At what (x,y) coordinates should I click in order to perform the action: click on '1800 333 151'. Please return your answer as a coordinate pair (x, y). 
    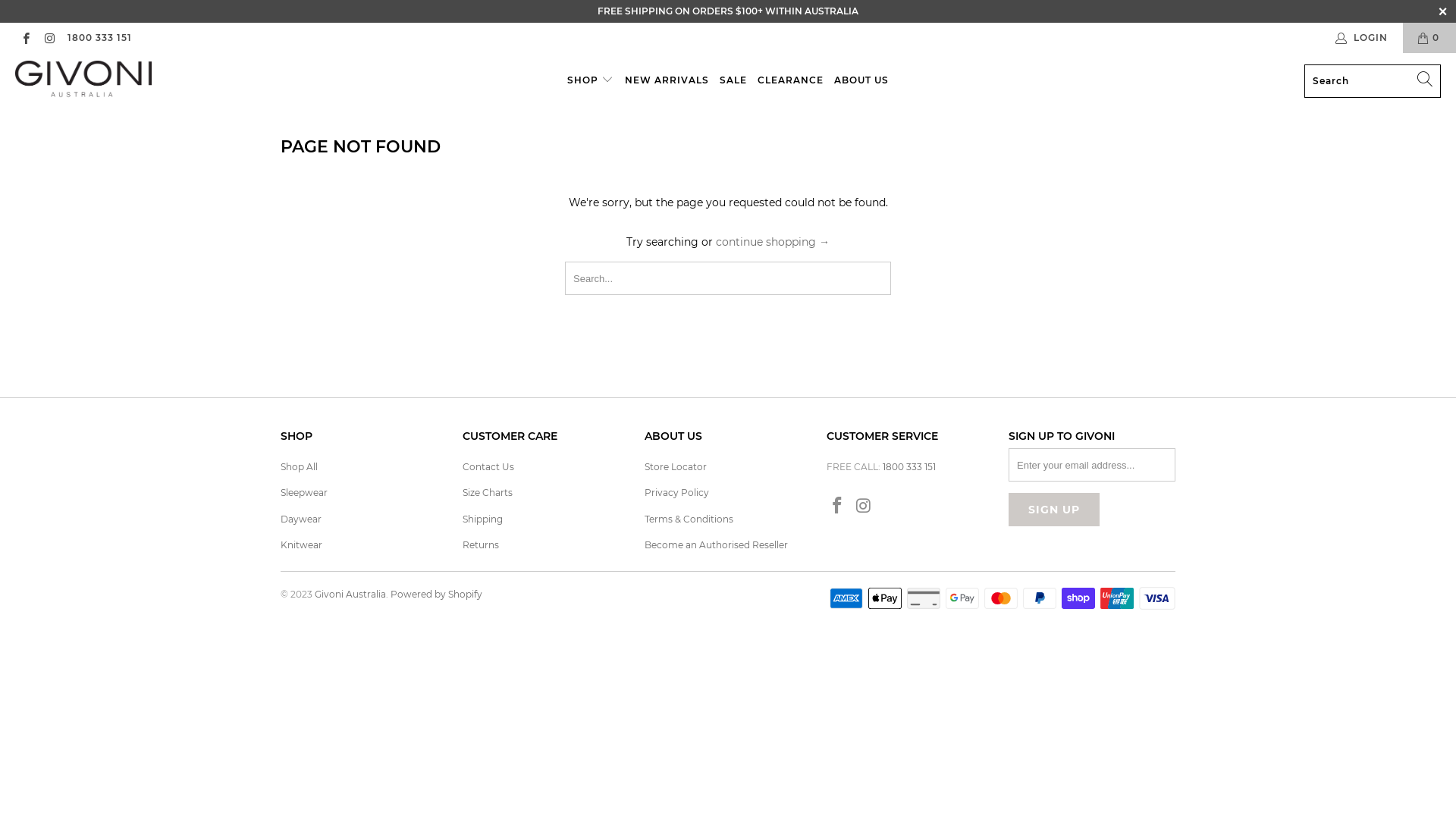
    Looking at the image, I should click on (65, 37).